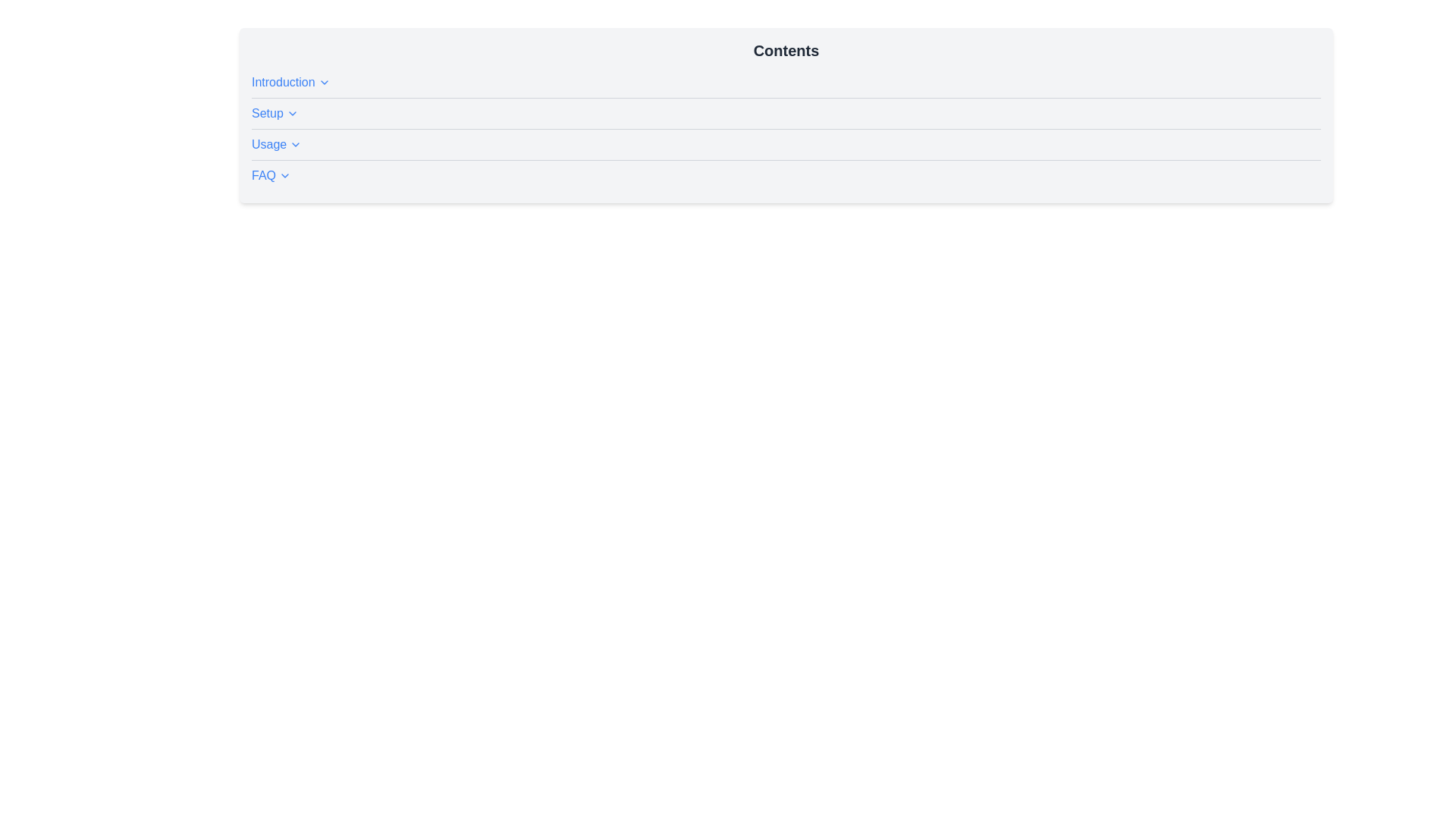  Describe the element at coordinates (786, 112) in the screenshot. I see `the 'Setup' hyperlink` at that location.